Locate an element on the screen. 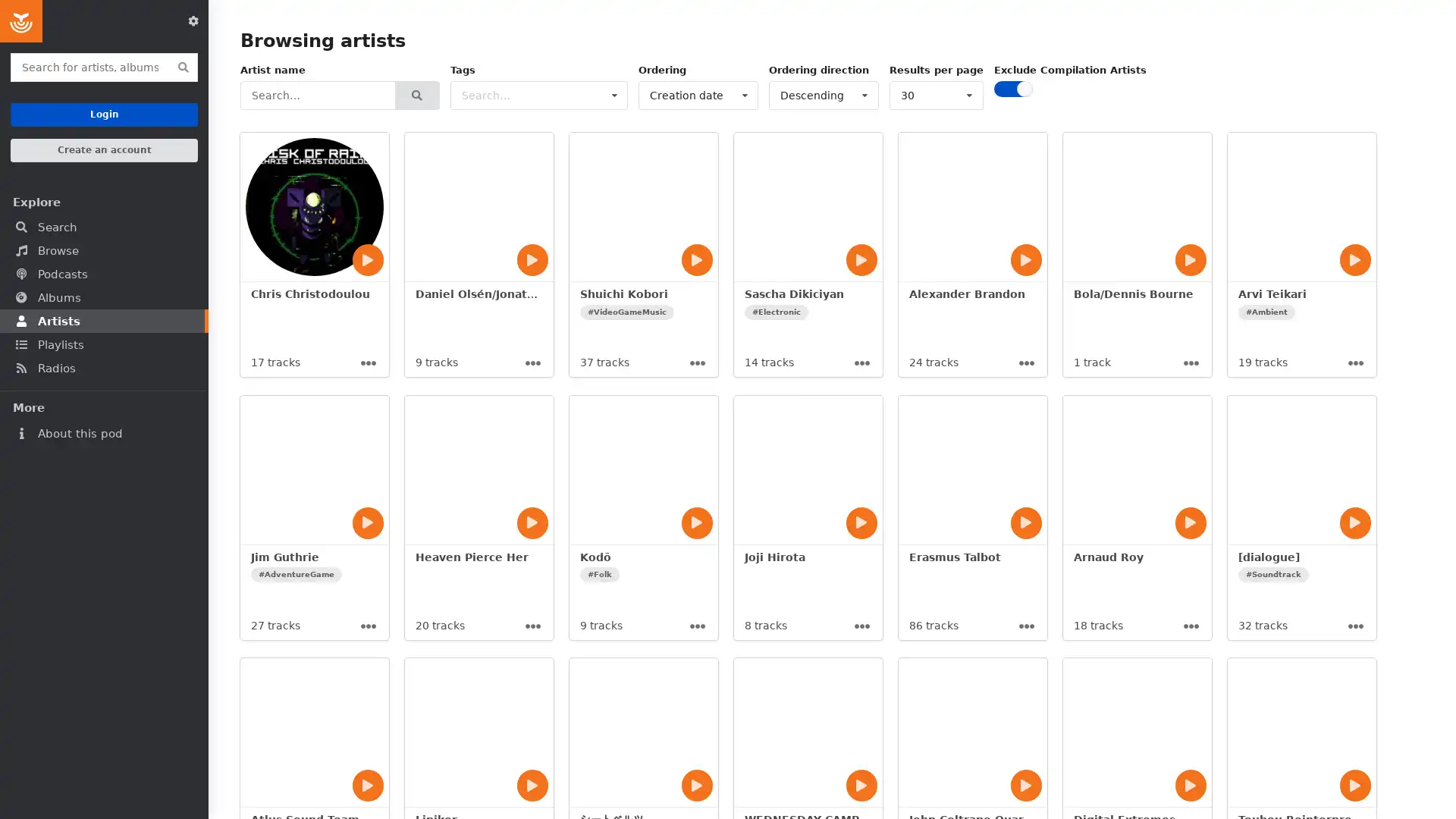 This screenshot has width=1456, height=819. Play artist is located at coordinates (1026, 259).